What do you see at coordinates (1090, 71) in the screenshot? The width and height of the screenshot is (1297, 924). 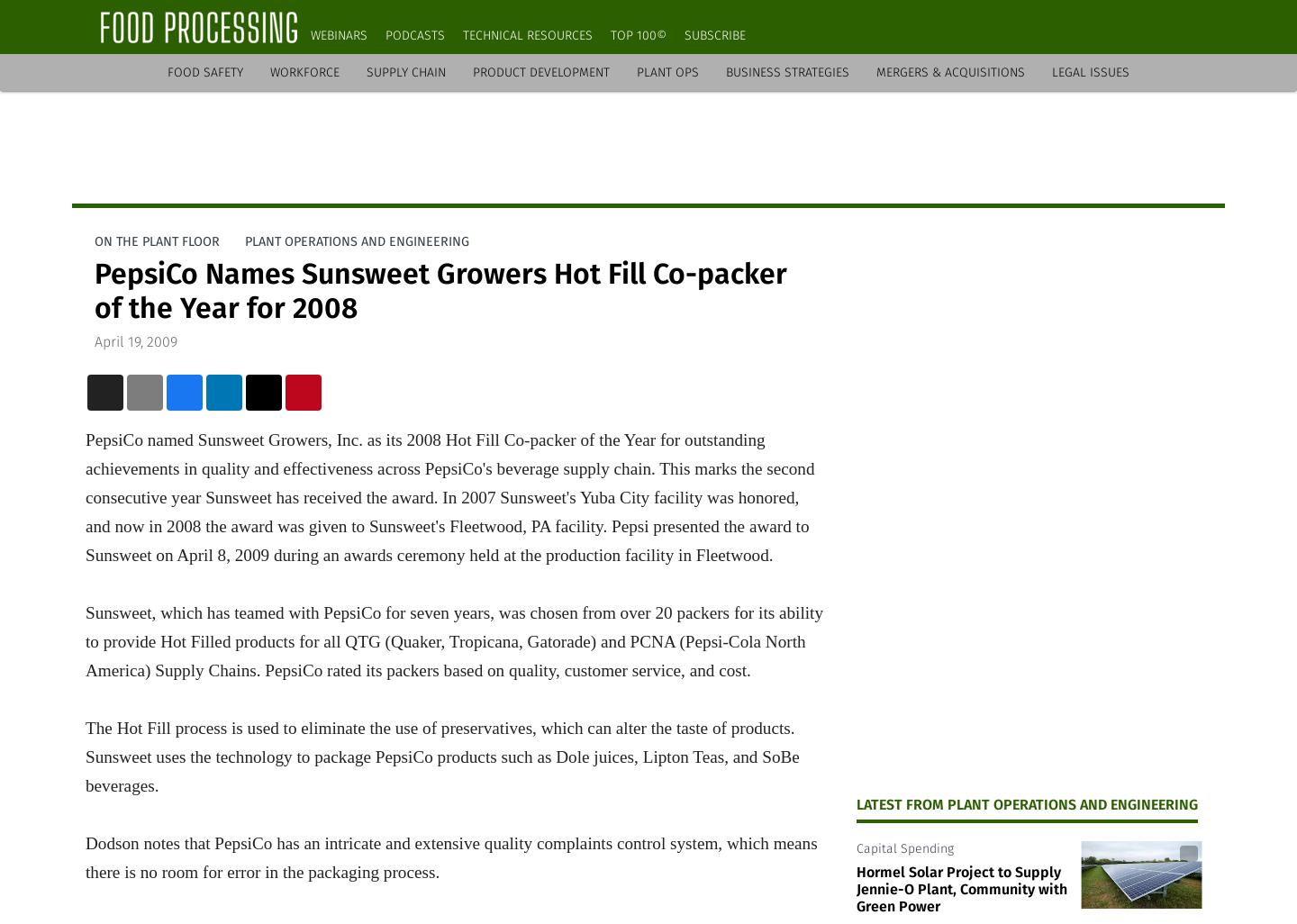 I see `'Legal Issues'` at bounding box center [1090, 71].